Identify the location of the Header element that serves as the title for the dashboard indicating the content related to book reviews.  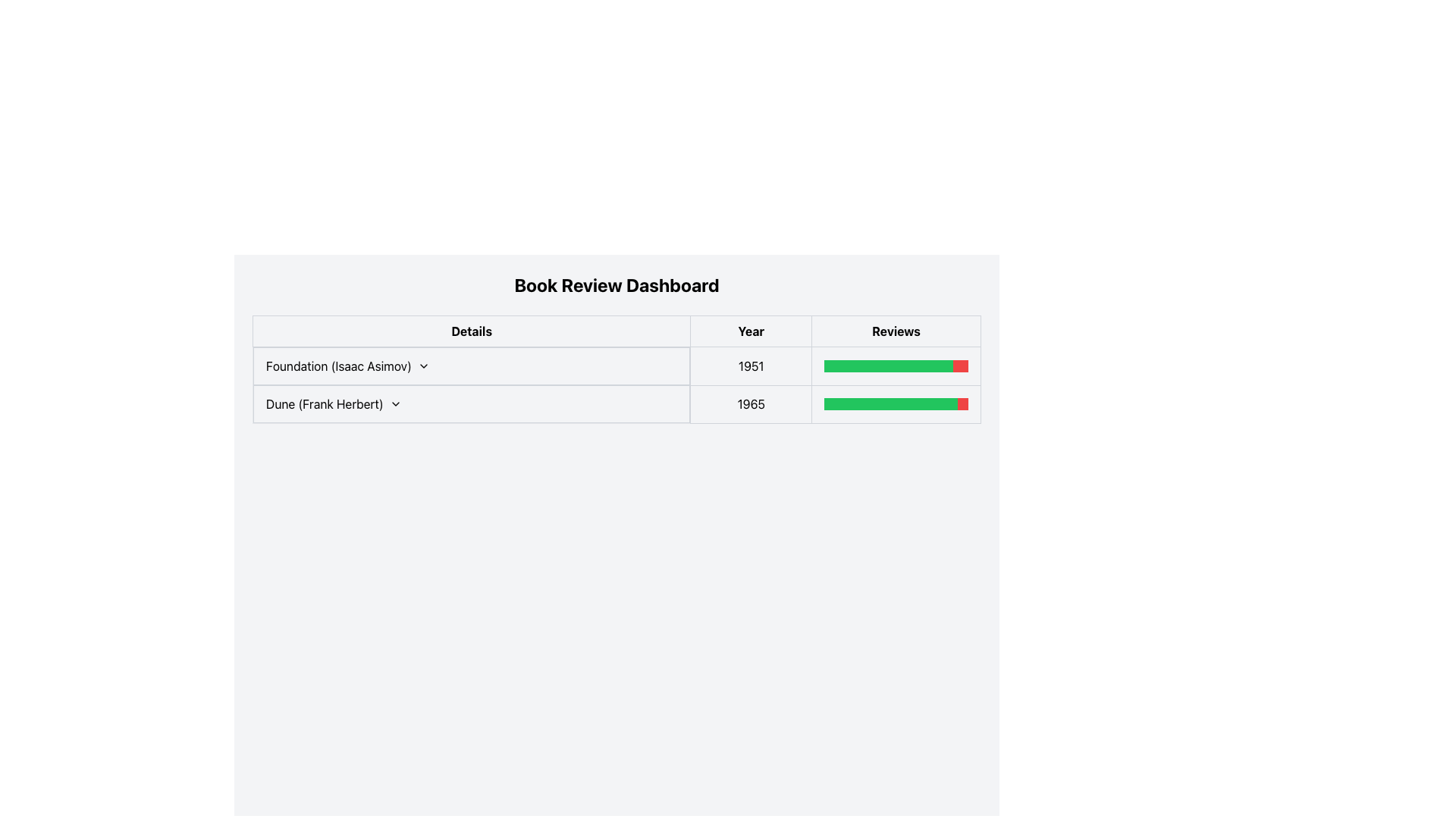
(617, 284).